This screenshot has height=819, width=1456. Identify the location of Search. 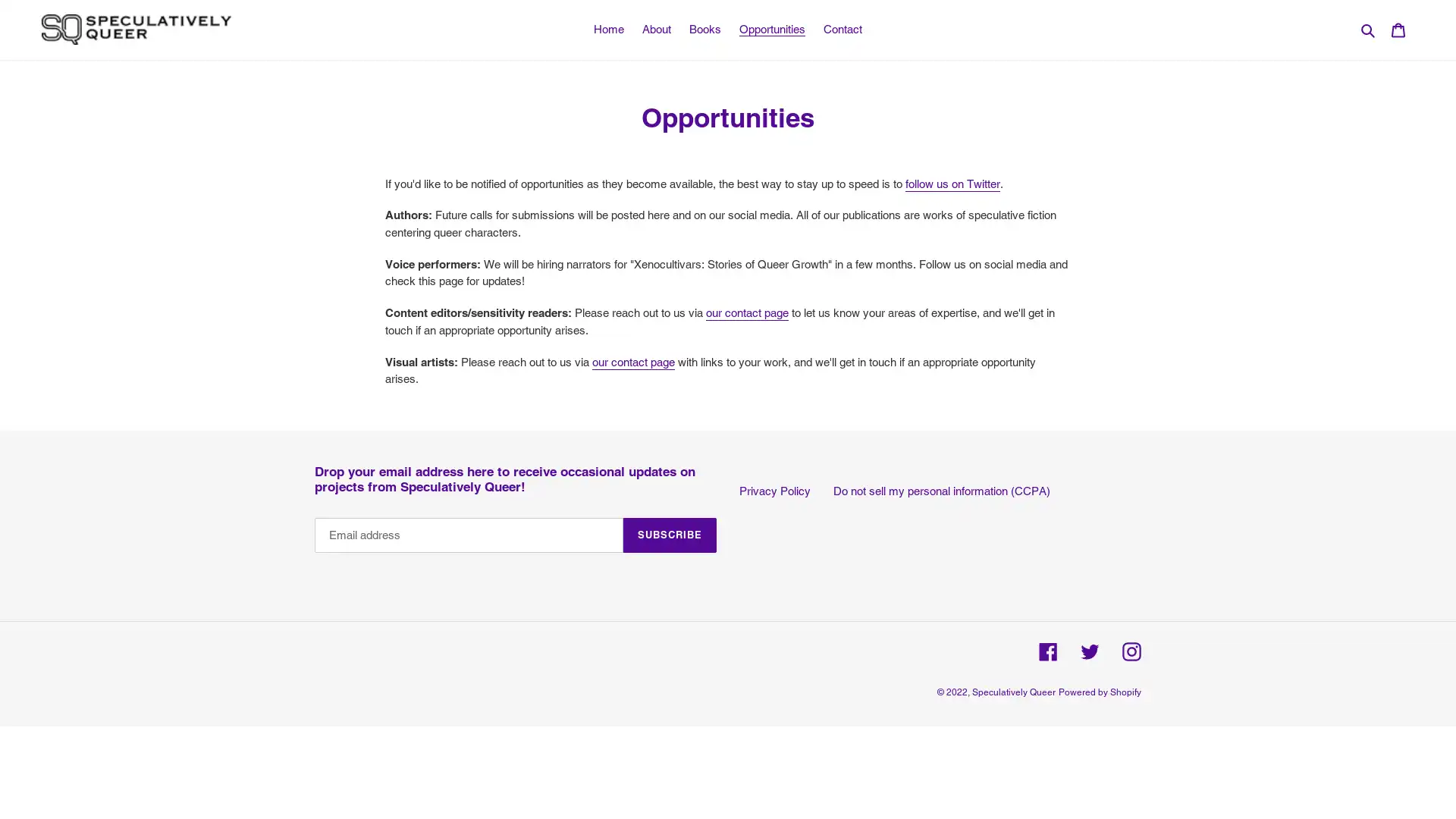
(1369, 29).